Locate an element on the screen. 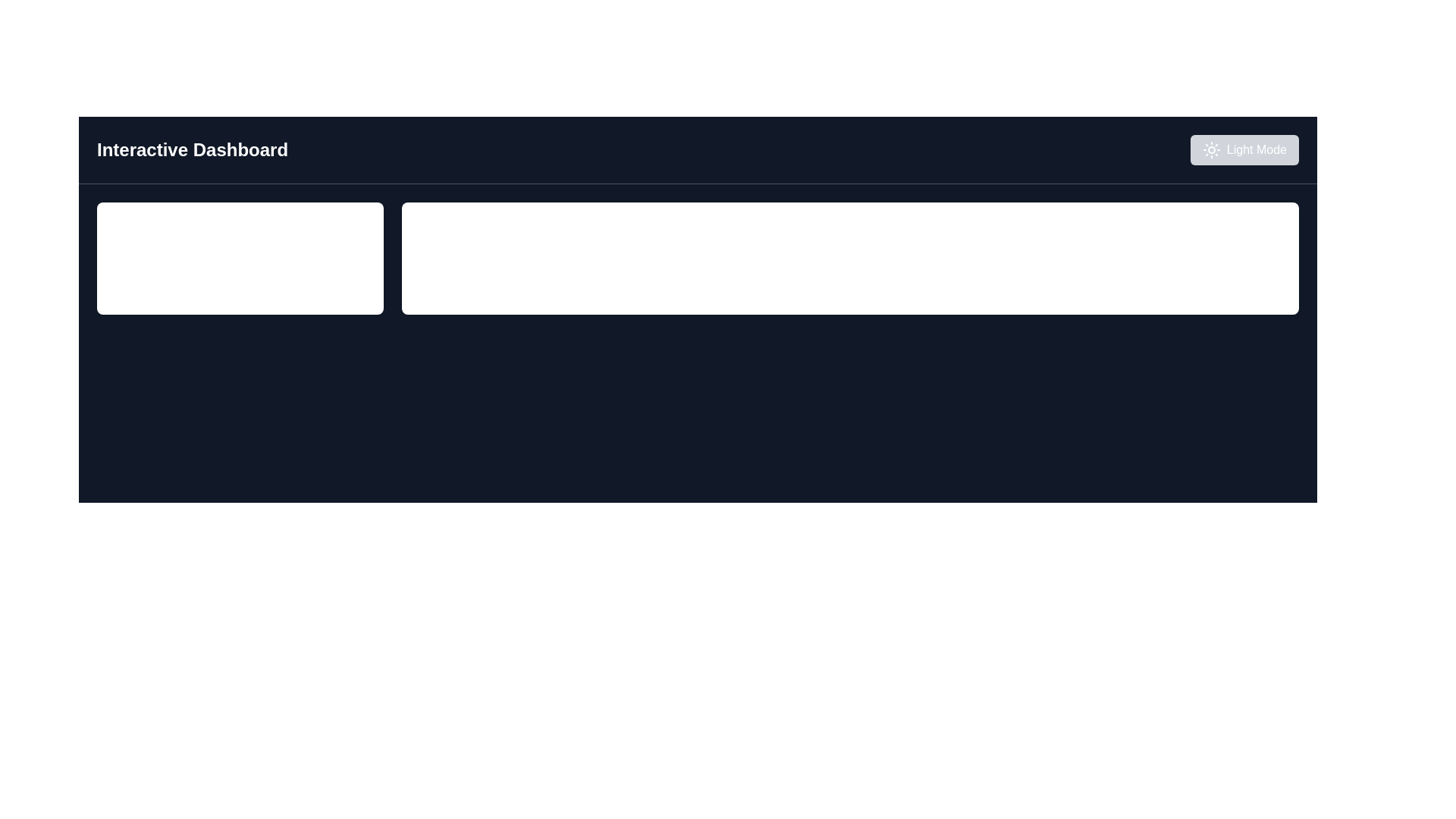 This screenshot has width=1456, height=819. the 'Light Mode' button located at the top-right corner of the interface is located at coordinates (1210, 149).